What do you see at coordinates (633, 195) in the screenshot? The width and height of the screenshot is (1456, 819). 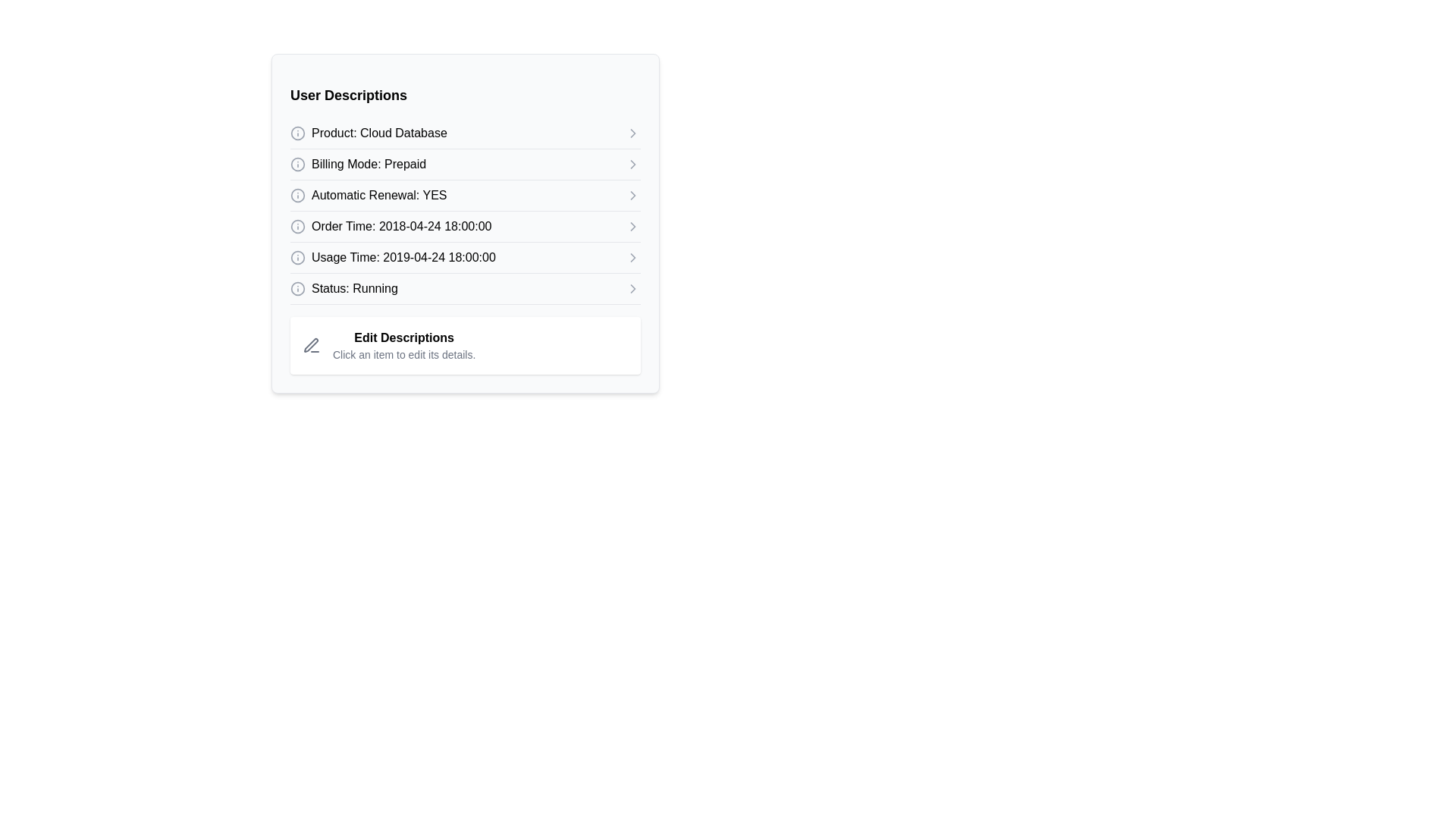 I see `the rightward-pointing chevron icon located beside the 'Automatic Renewal: YES' text to indicate expandable/collapsible section` at bounding box center [633, 195].